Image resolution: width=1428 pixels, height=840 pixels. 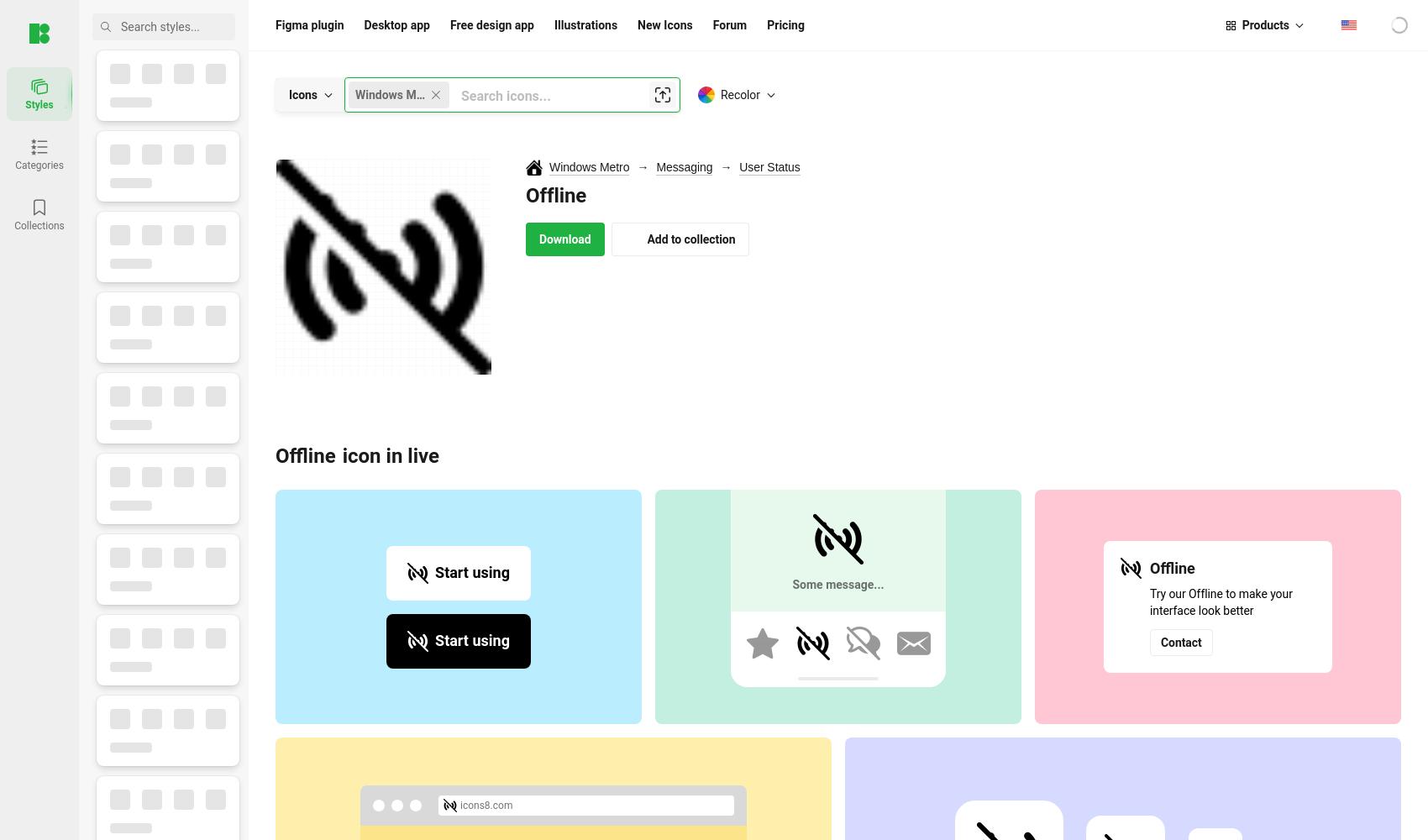 I want to click on 'Products', so click(x=1240, y=25).